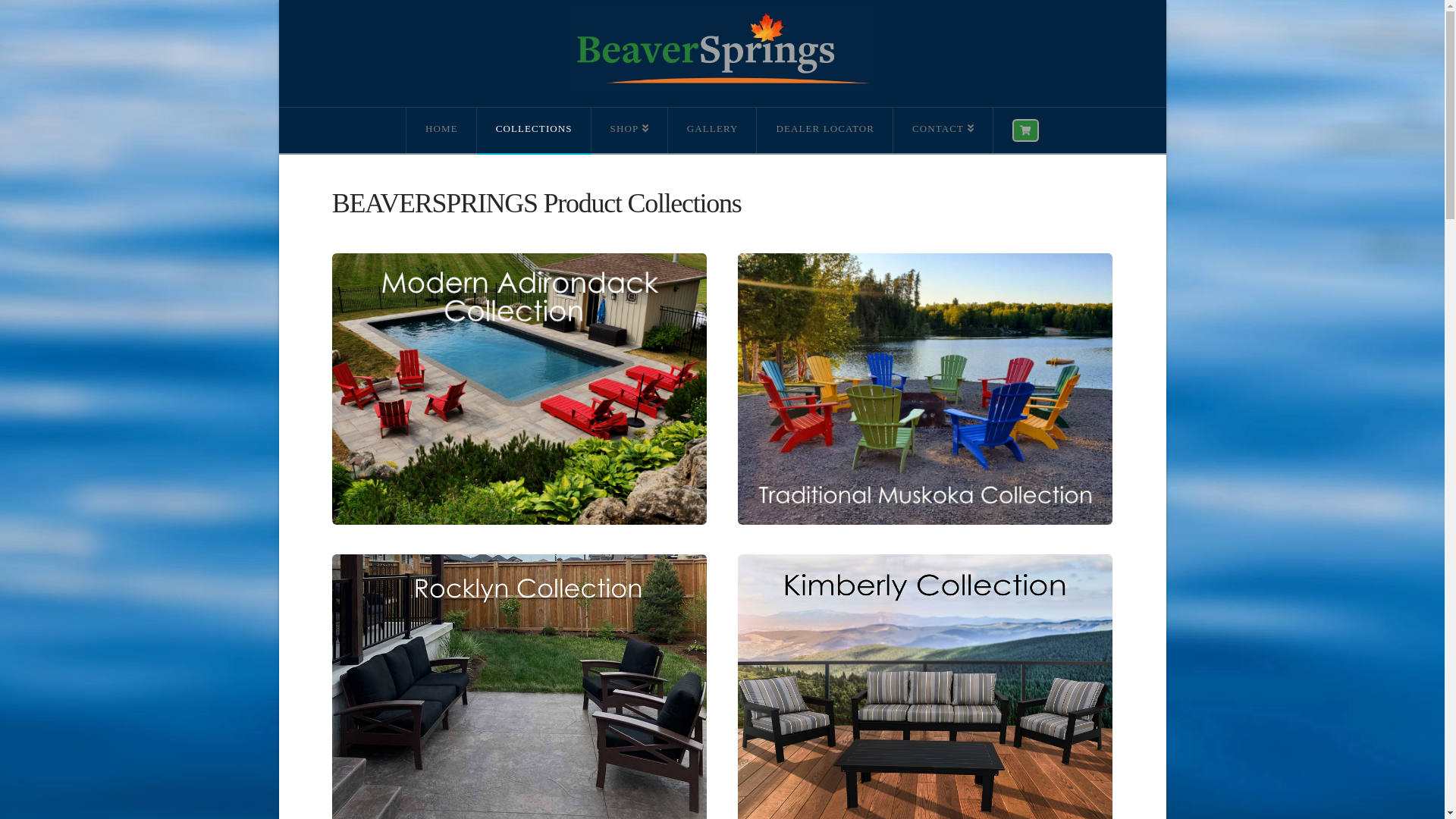 The height and width of the screenshot is (819, 1456). I want to click on 'COLLECTIONS', so click(534, 130).